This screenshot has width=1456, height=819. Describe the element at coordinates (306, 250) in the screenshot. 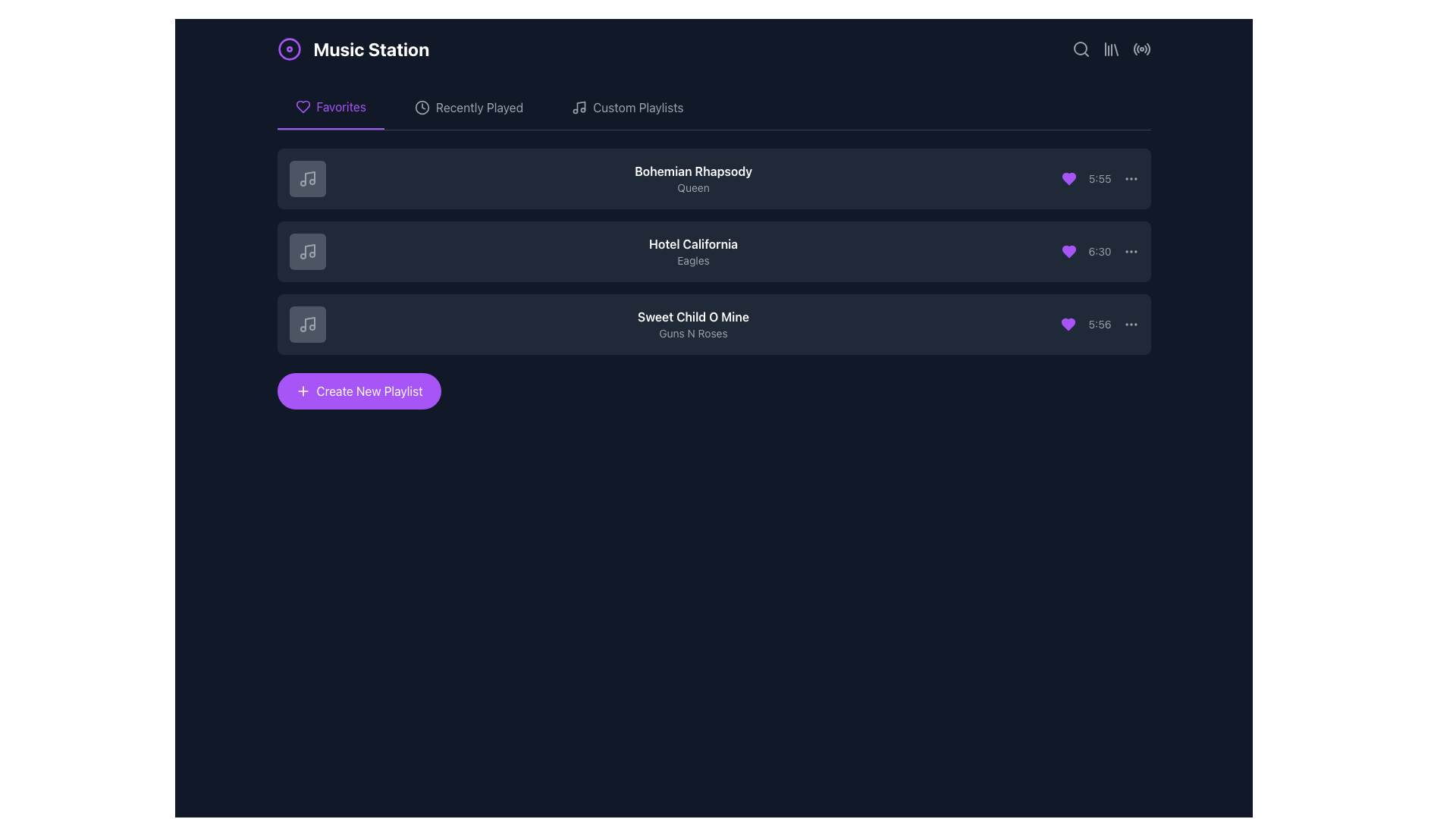

I see `the music playlist icon located in the second playlist entry box, which is centered in a dark gray square button-like element` at that location.